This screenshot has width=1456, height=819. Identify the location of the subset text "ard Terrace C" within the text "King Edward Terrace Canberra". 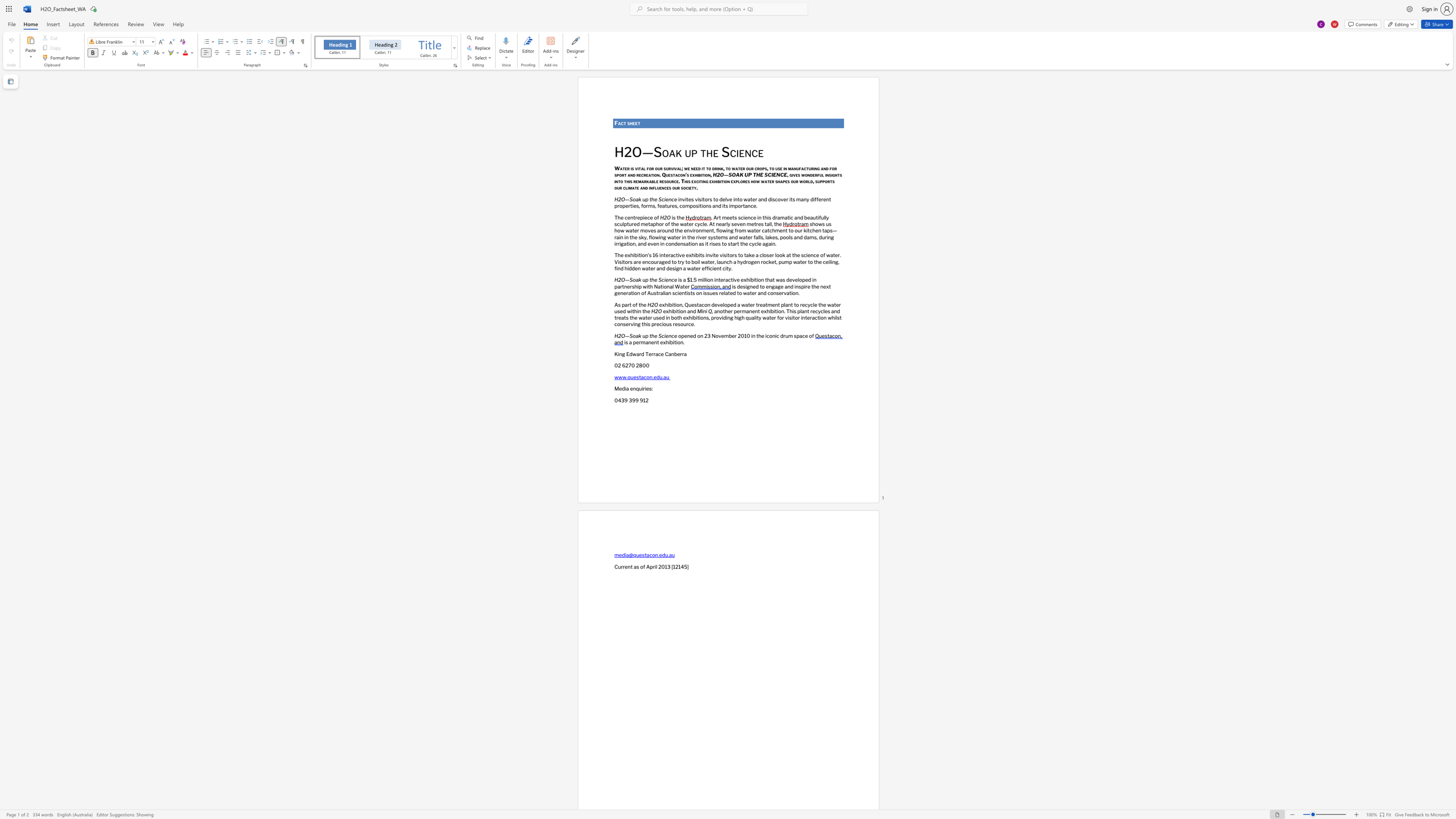
(636, 353).